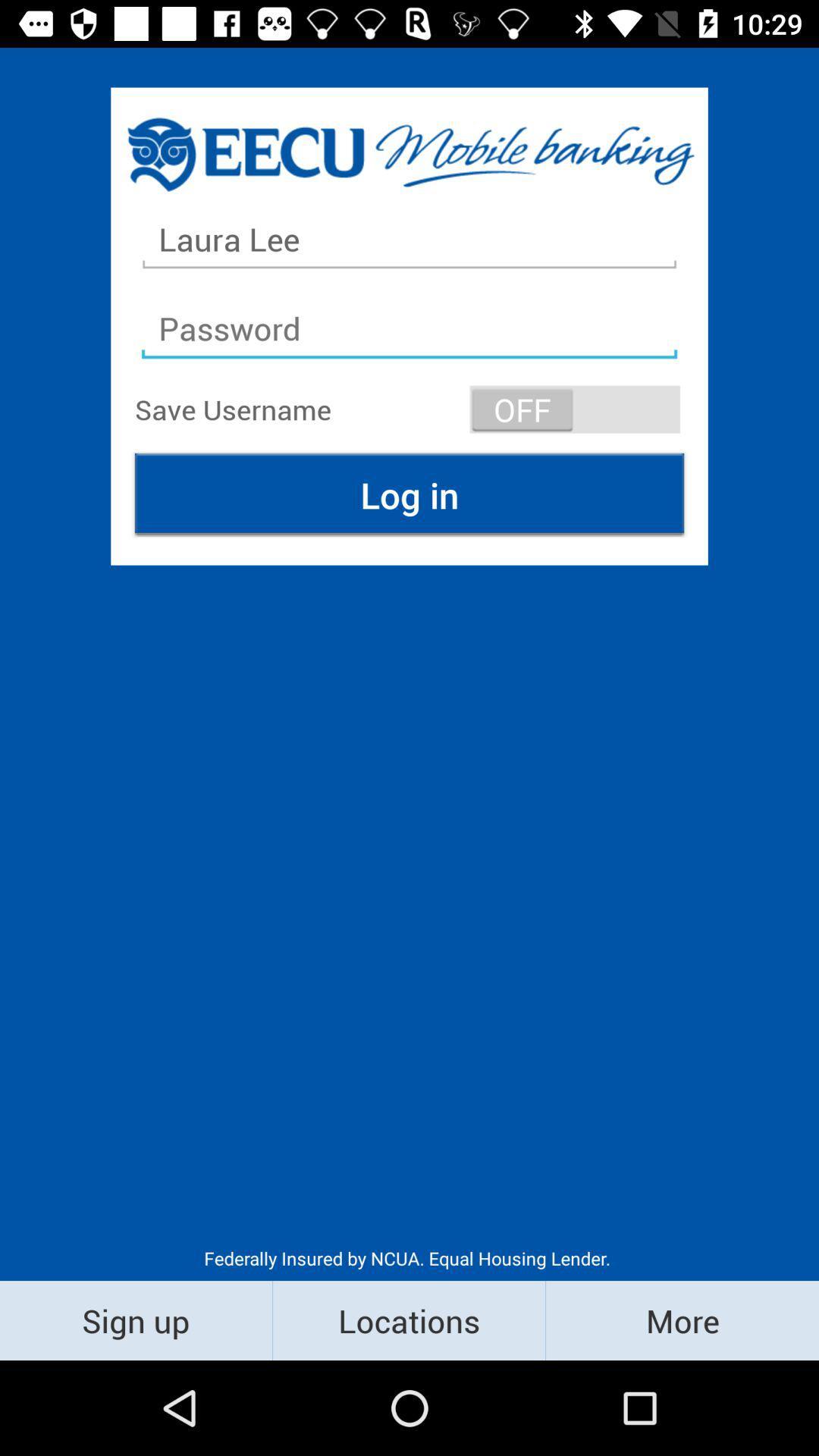  I want to click on item at the top right corner, so click(575, 409).